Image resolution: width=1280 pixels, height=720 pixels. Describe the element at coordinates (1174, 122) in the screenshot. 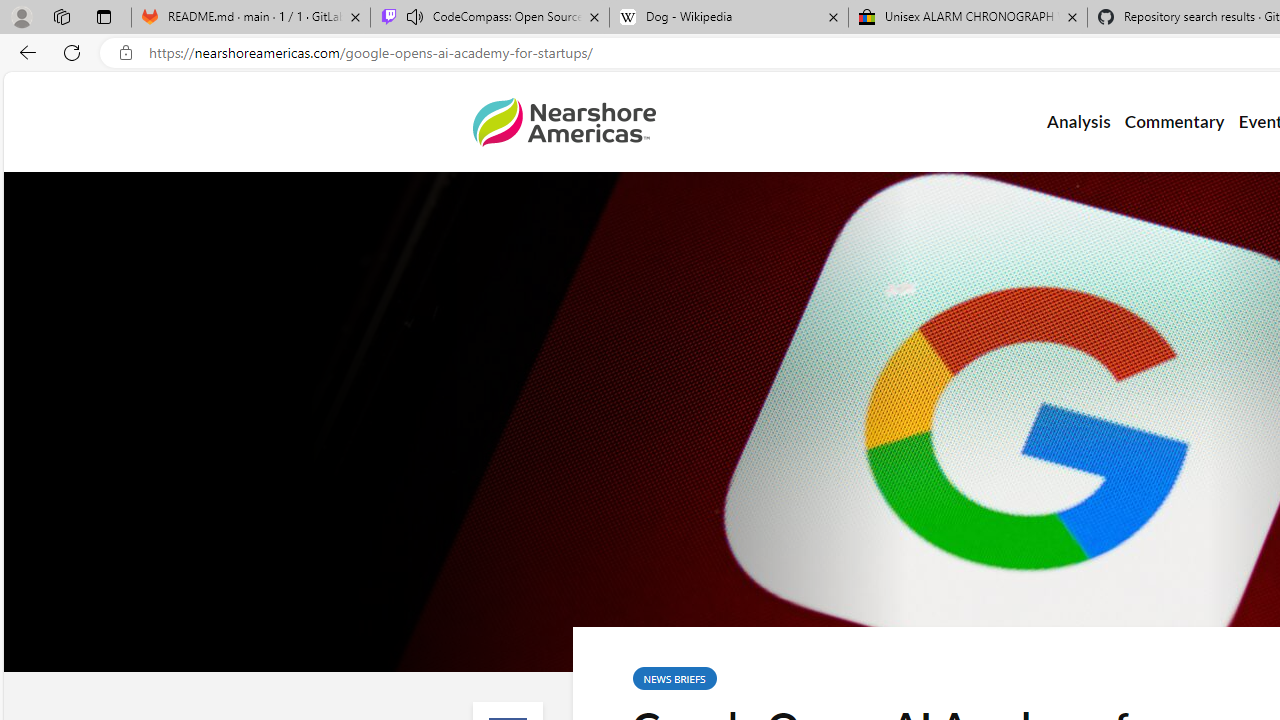

I see `'Commentary'` at that location.